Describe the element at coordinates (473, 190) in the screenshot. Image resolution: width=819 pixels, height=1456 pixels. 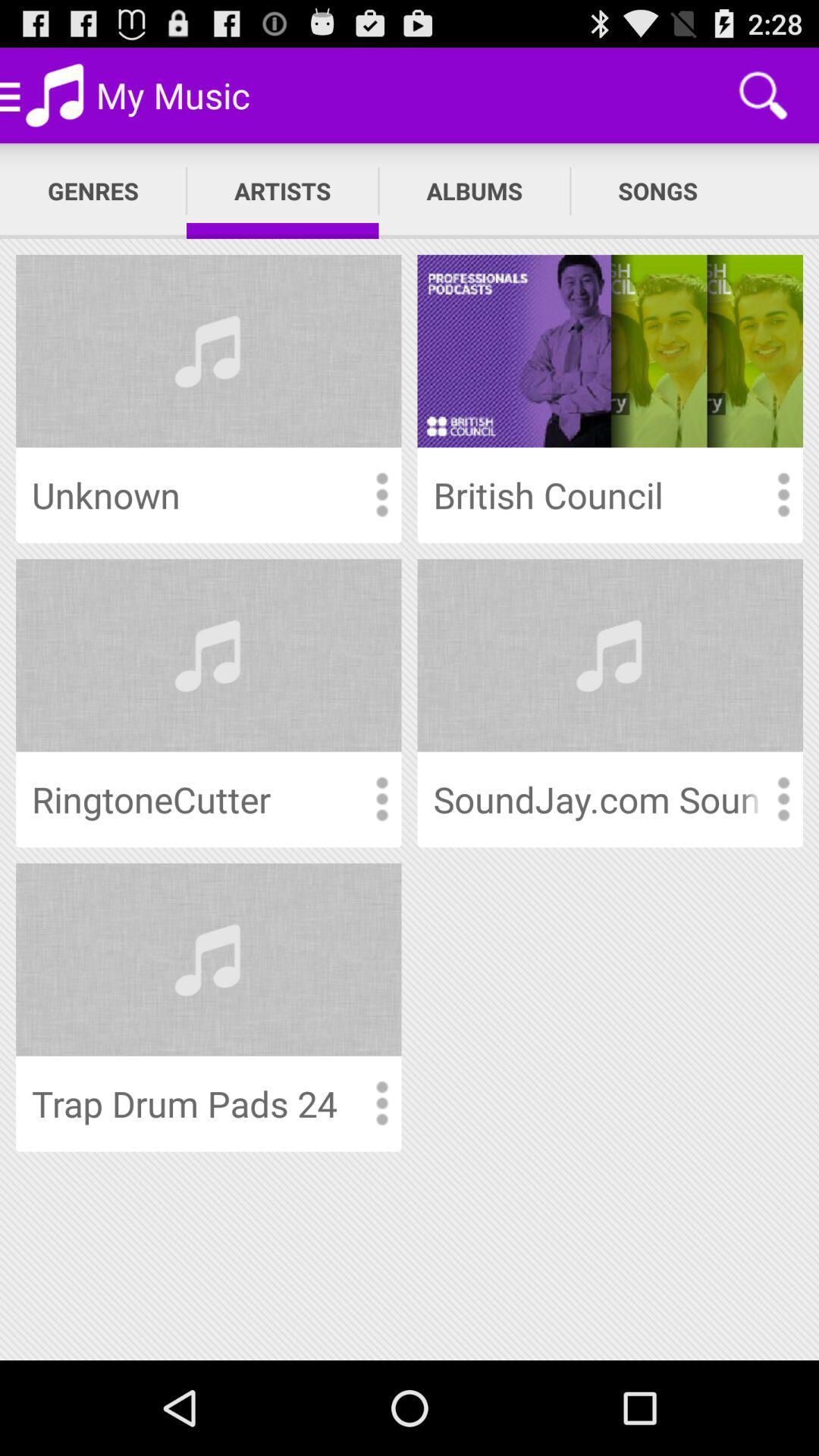
I see `item next to the songs icon` at that location.